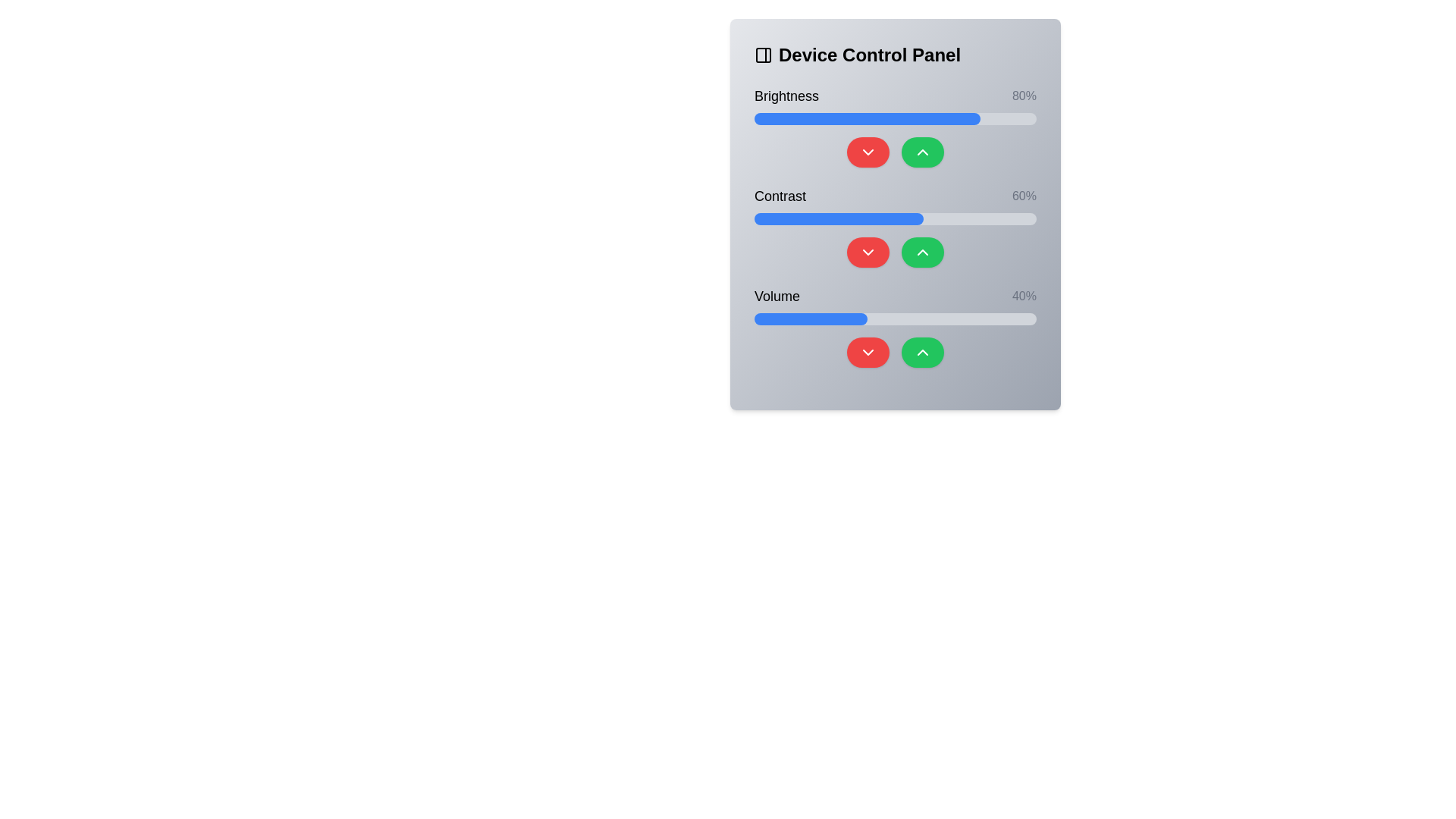  Describe the element at coordinates (940, 219) in the screenshot. I see `the contrast` at that location.